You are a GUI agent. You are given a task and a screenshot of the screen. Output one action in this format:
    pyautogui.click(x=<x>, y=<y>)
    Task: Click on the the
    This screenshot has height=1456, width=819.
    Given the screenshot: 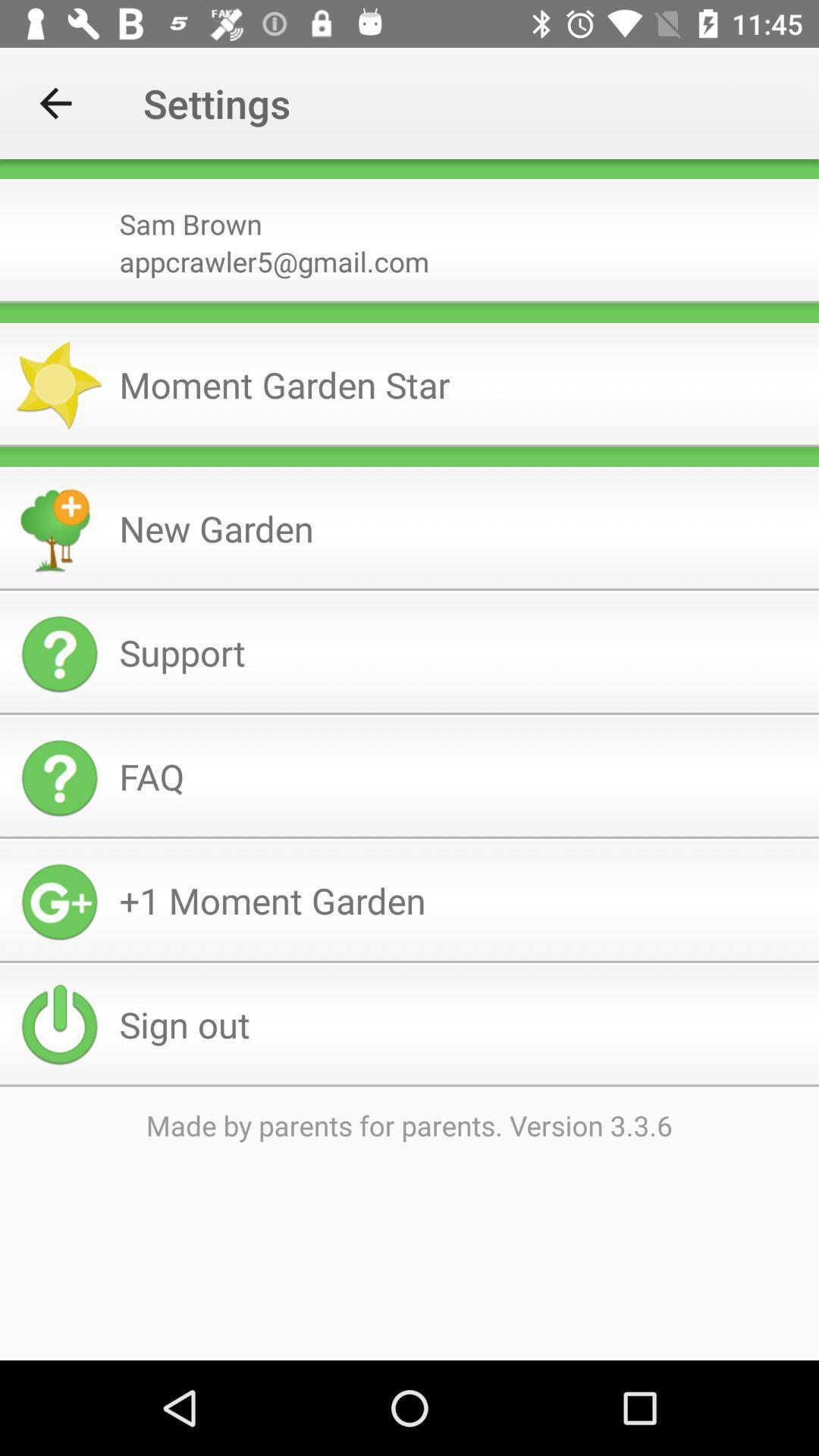 What is the action you would take?
    pyautogui.click(x=409, y=312)
    